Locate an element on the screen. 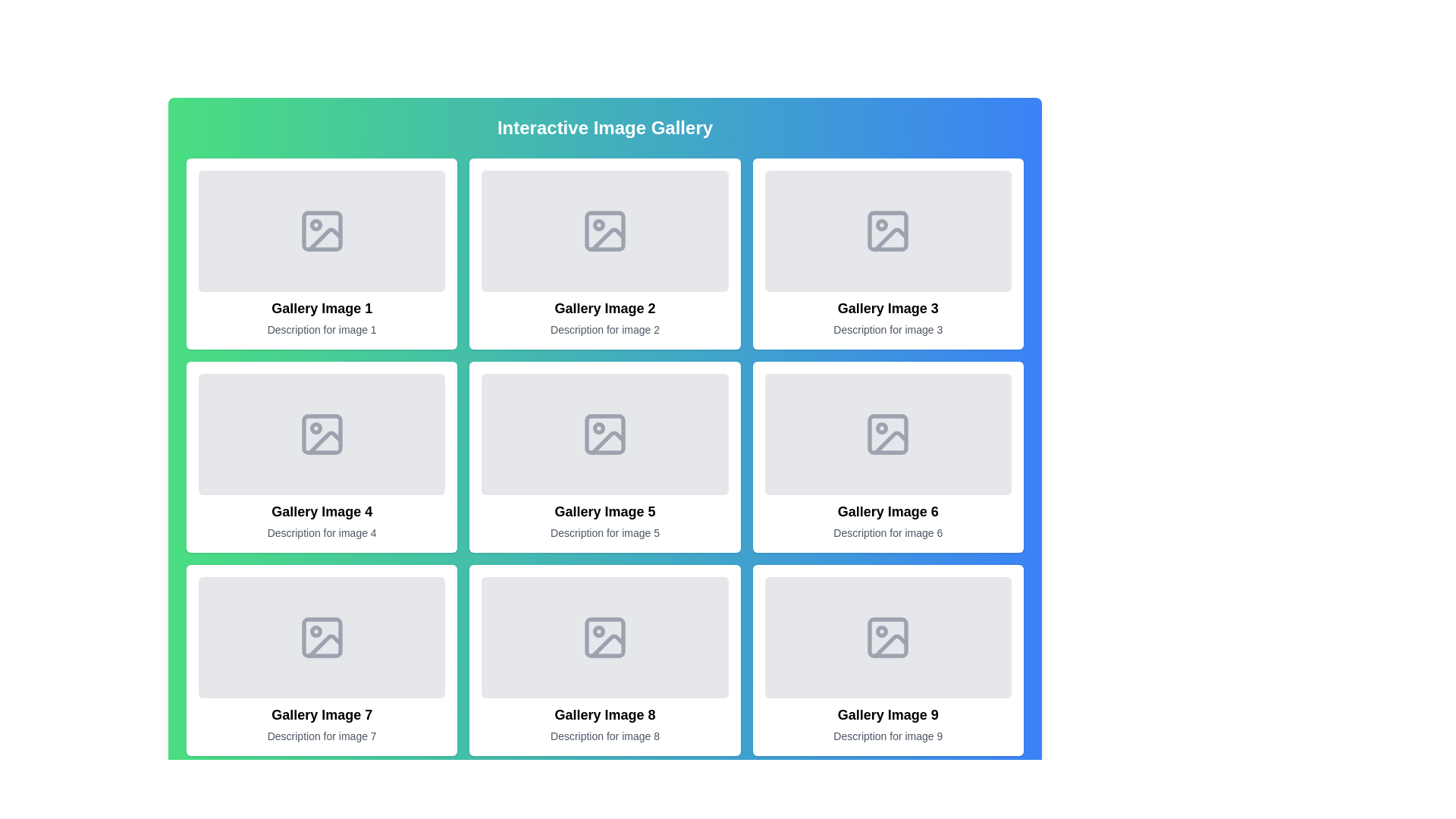 The image size is (1456, 819). graphical decoration or state indicator within the SVG icon located in the eighth item of the gallery grid, positioned in the third row, second column, using accessibility tools is located at coordinates (604, 637).